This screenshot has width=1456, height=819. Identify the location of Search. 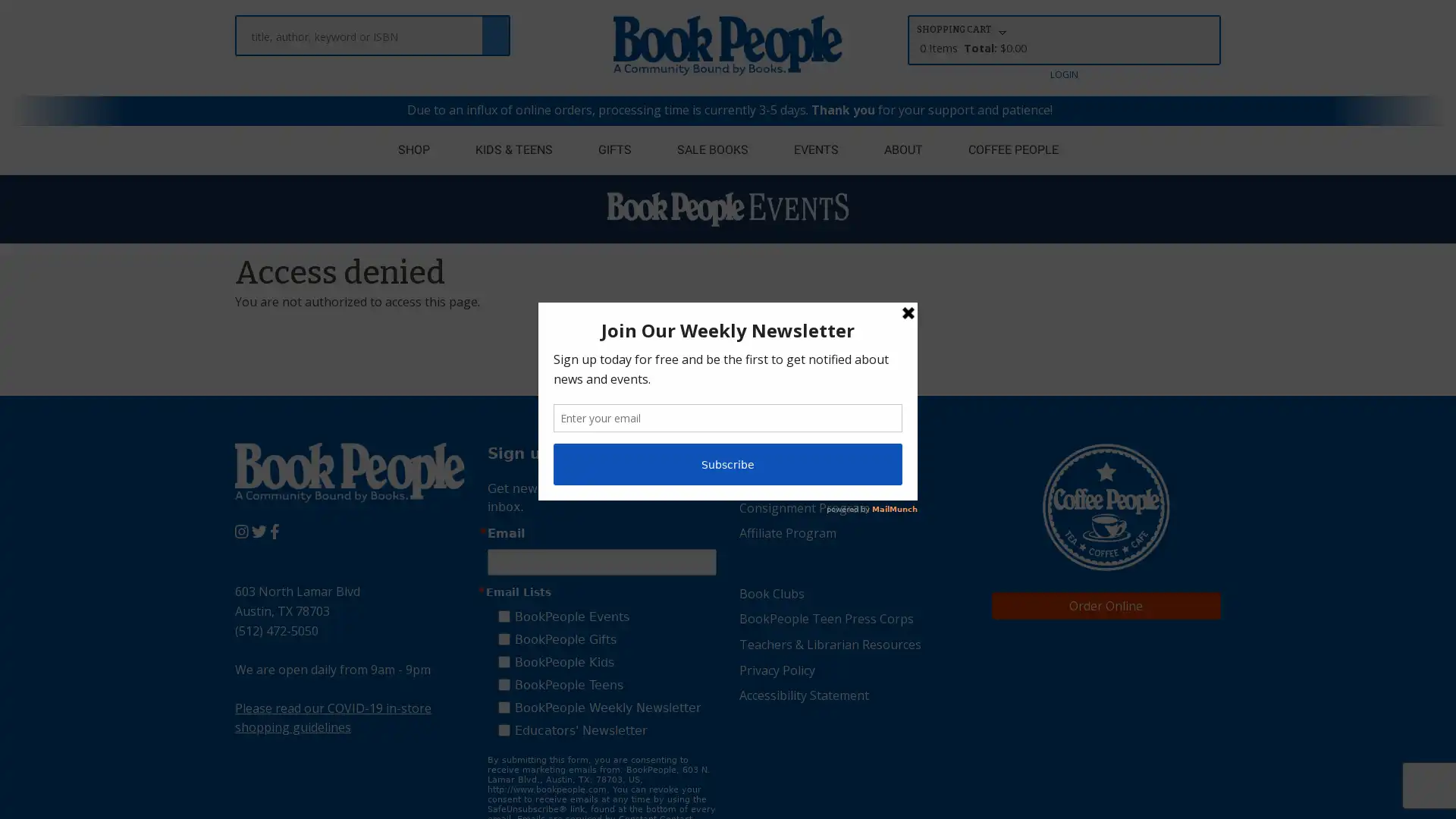
(495, 28).